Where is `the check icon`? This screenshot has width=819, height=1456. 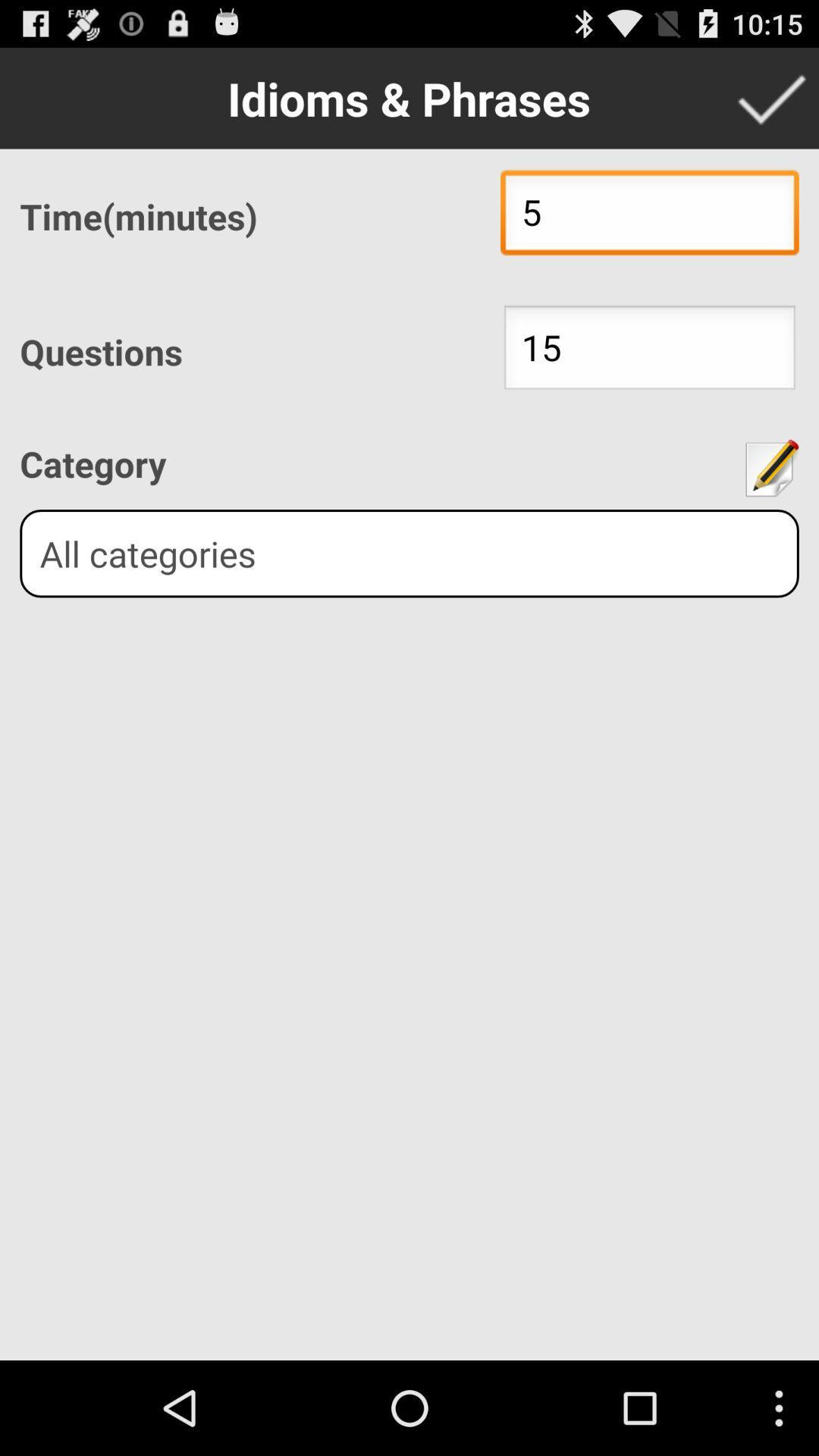
the check icon is located at coordinates (771, 104).